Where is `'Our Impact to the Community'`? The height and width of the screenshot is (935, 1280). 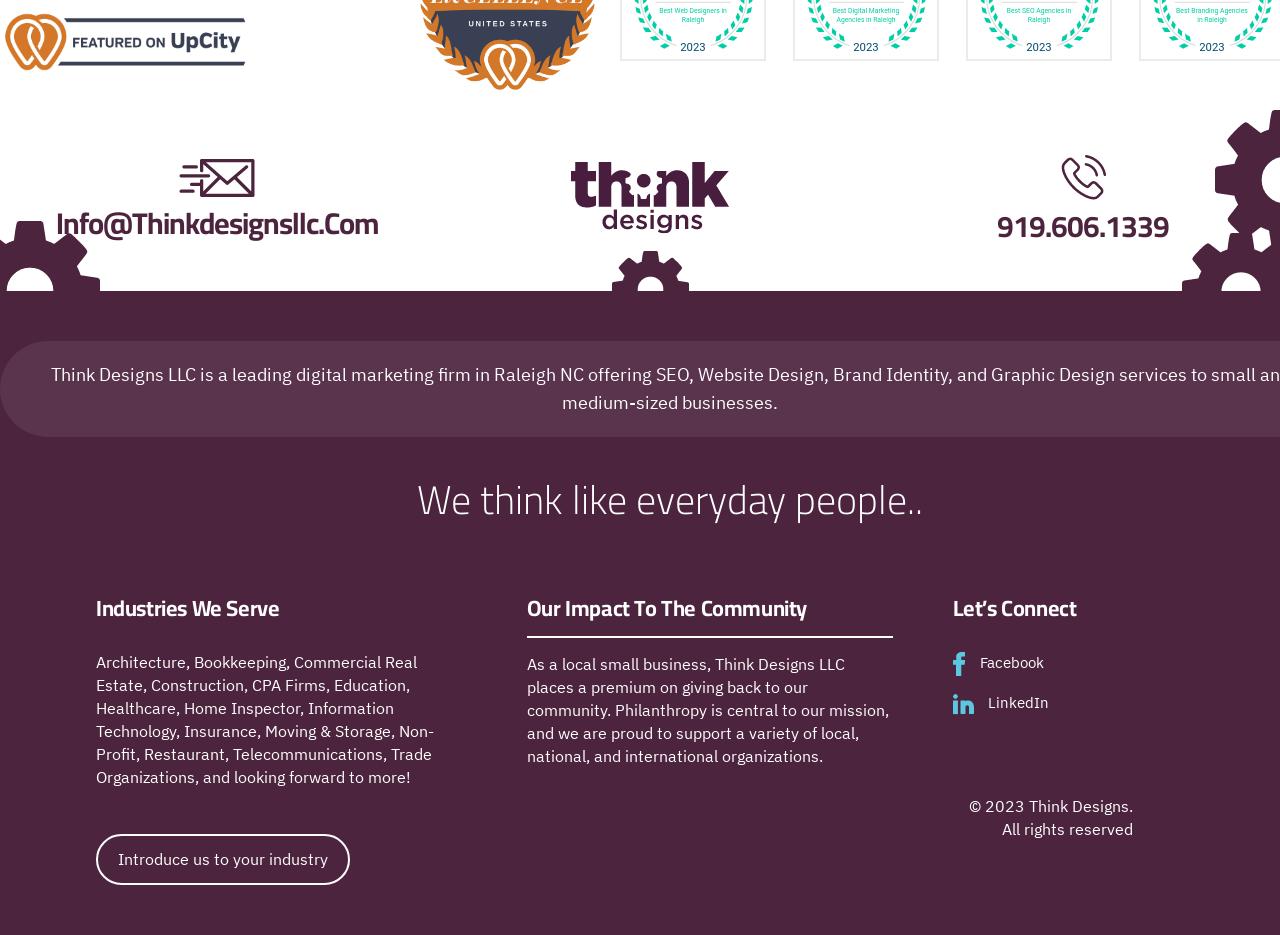 'Our Impact to the Community' is located at coordinates (666, 607).